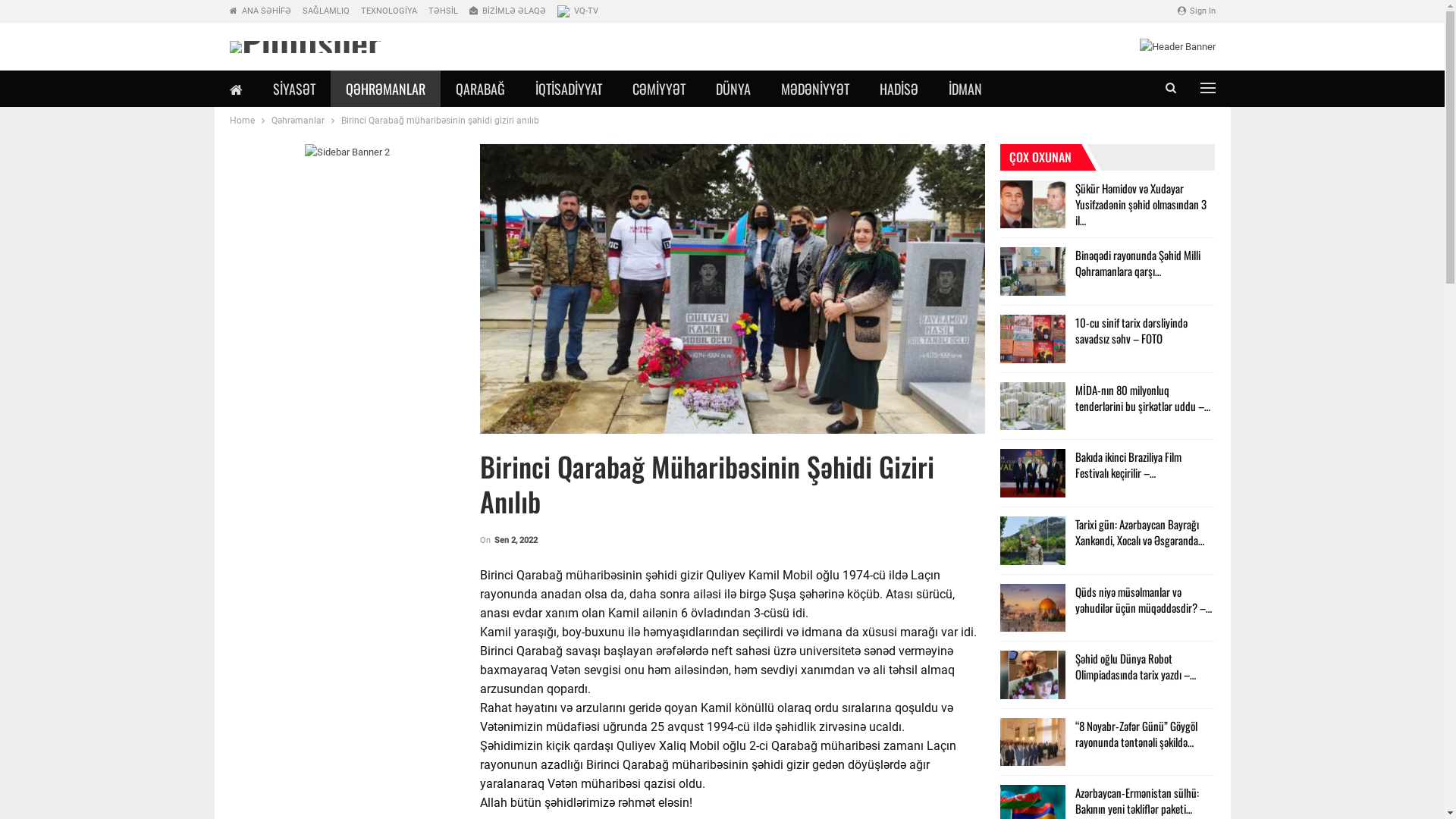 This screenshot has height=819, width=1456. Describe the element at coordinates (576, 11) in the screenshot. I see `'VQ-TV'` at that location.